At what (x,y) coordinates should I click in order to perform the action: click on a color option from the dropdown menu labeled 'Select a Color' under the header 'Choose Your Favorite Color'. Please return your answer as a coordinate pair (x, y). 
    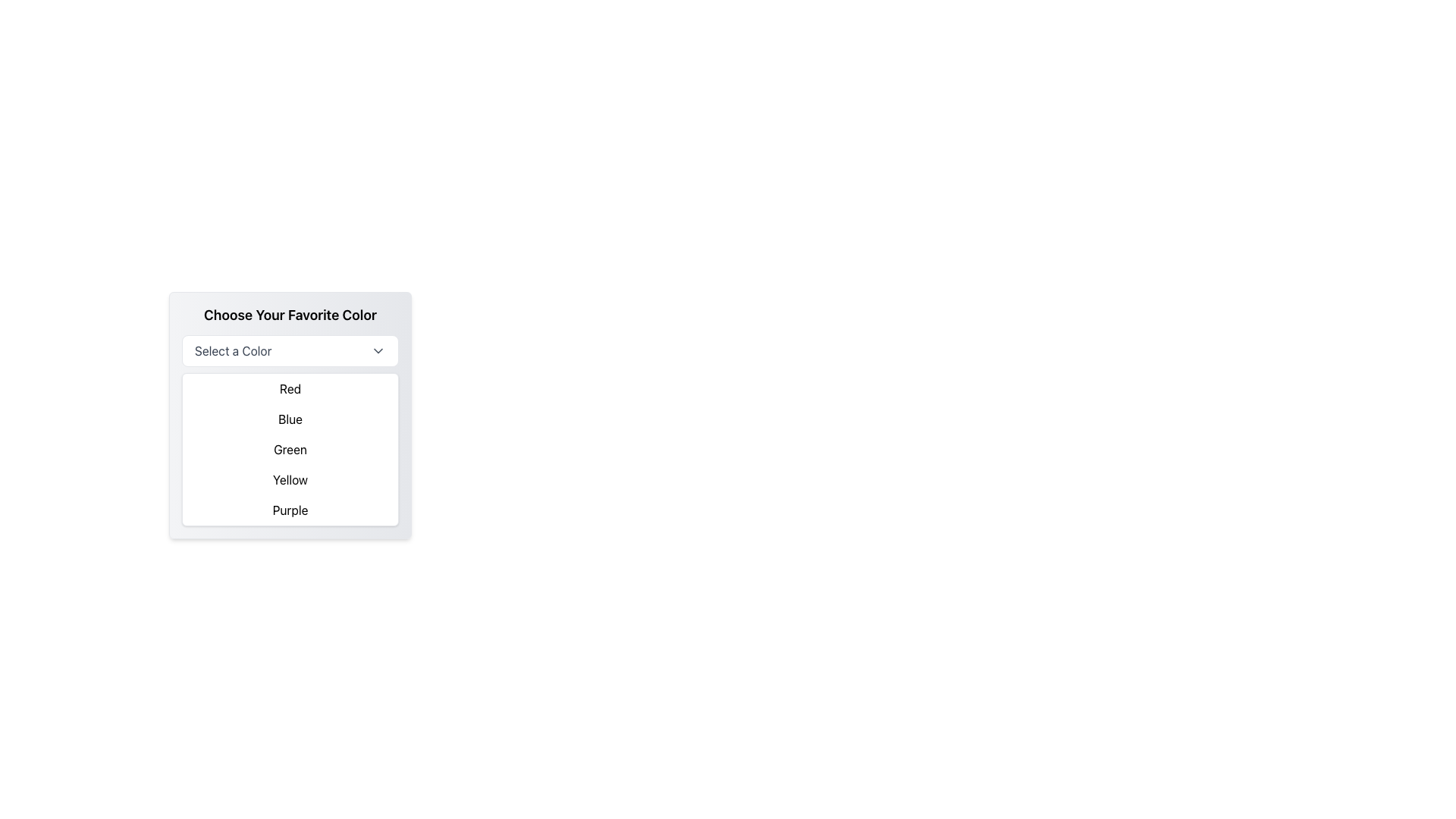
    Looking at the image, I should click on (290, 415).